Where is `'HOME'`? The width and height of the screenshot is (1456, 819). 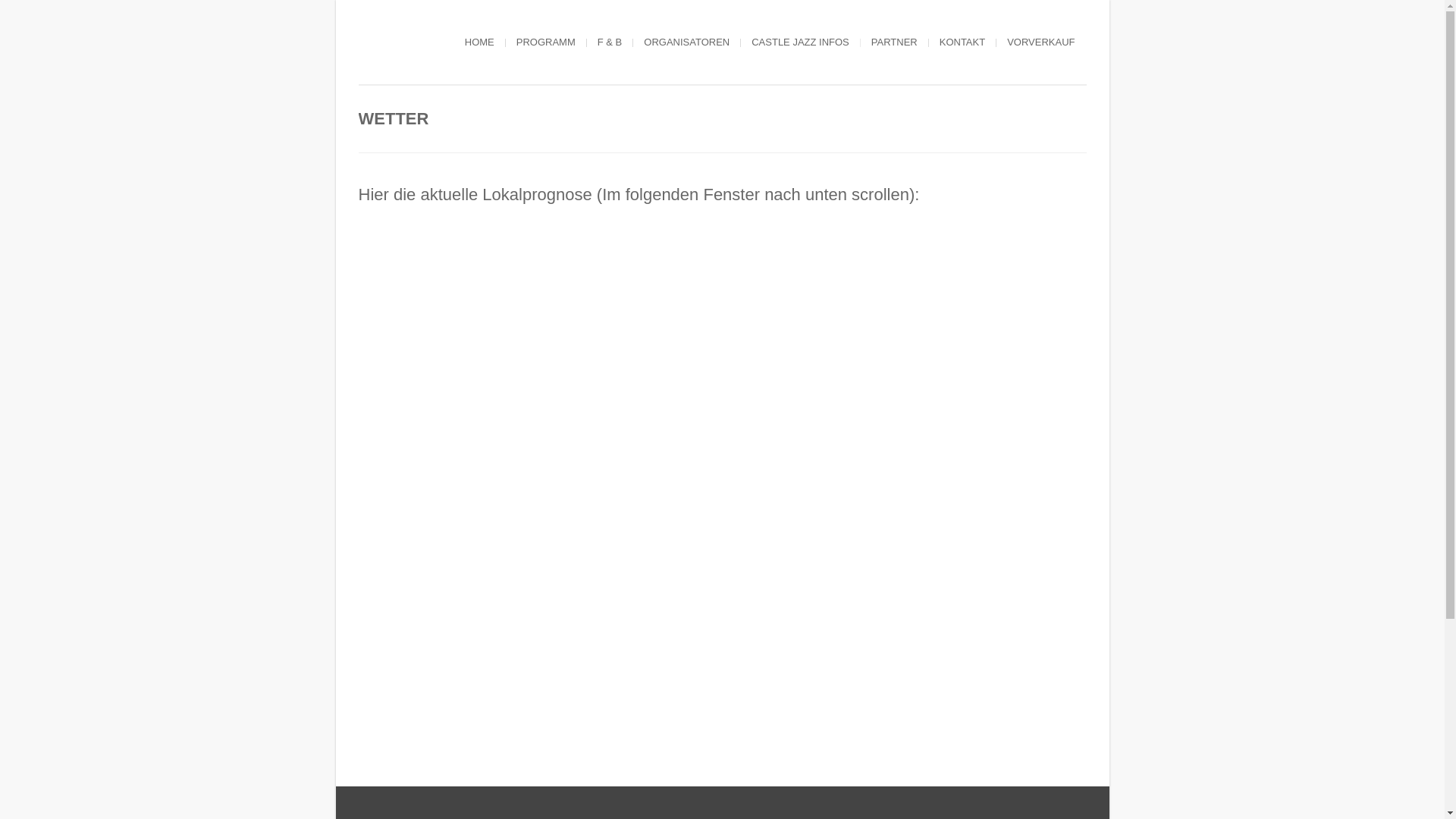 'HOME' is located at coordinates (479, 41).